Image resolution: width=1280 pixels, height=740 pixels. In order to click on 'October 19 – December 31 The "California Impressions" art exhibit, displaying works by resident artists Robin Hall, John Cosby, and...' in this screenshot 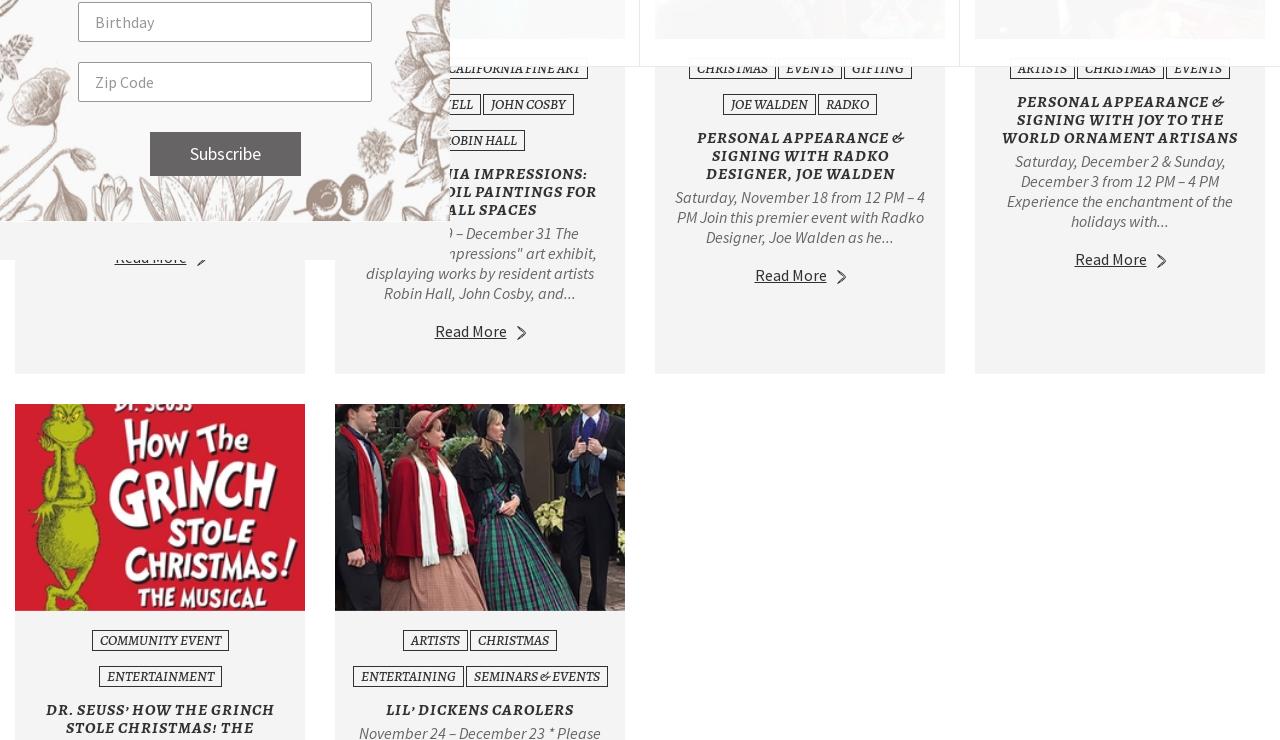, I will do `click(478, 261)`.